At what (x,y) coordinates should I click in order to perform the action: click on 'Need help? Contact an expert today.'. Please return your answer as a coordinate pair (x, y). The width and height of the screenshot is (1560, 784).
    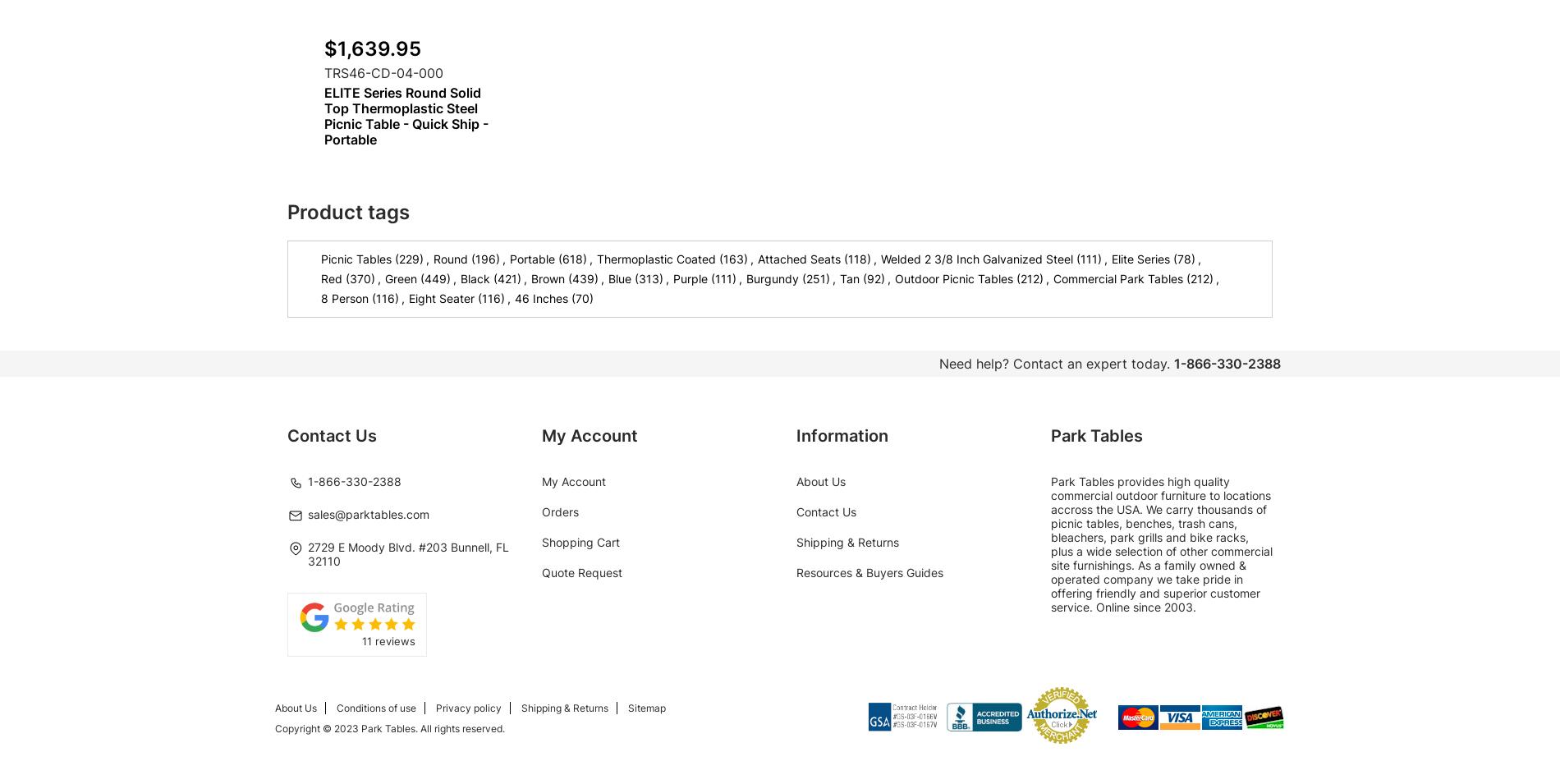
    Looking at the image, I should click on (1053, 363).